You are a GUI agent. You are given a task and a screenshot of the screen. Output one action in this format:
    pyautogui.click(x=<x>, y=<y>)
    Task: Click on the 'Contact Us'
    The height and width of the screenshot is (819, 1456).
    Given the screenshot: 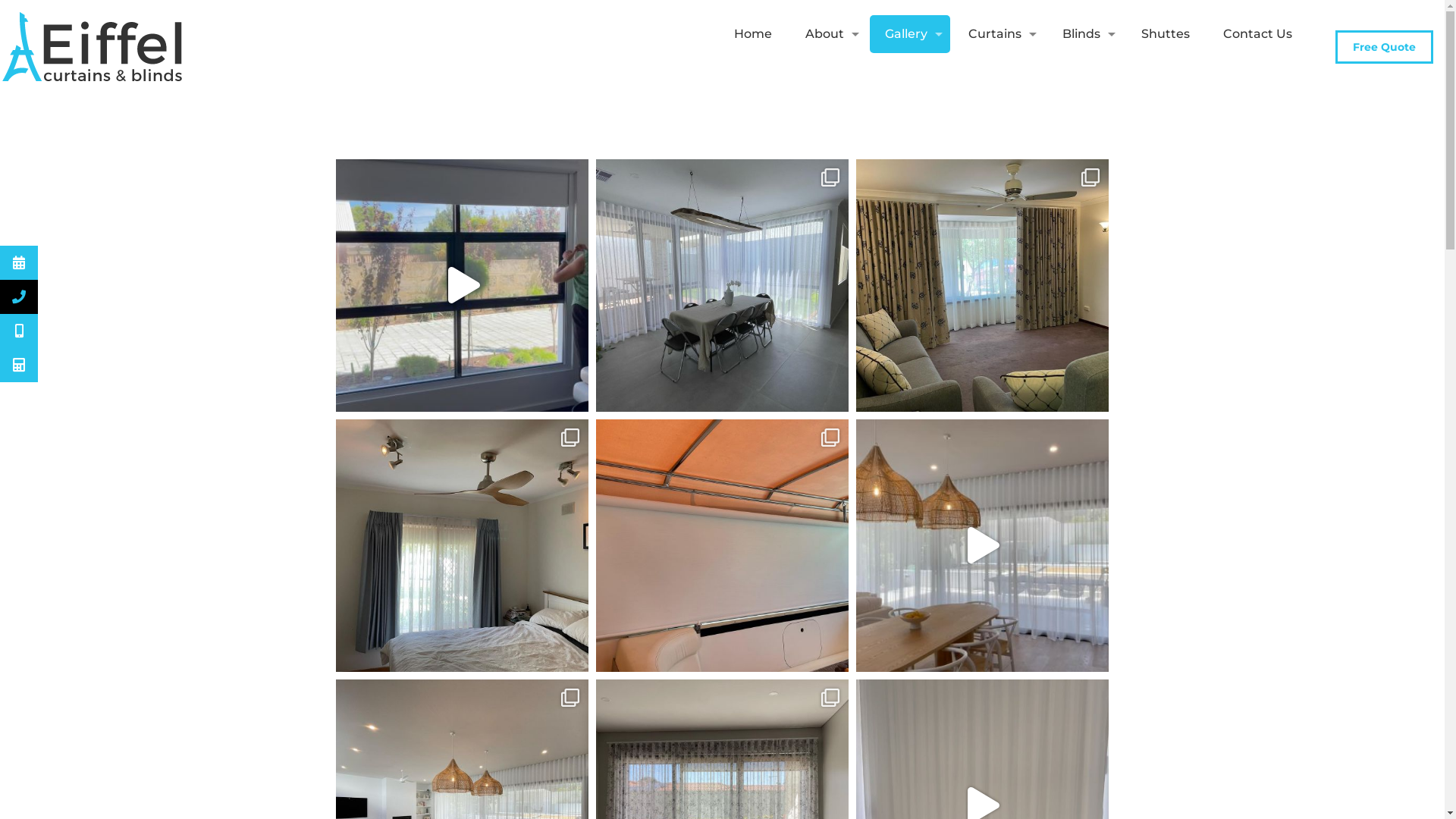 What is the action you would take?
    pyautogui.click(x=1257, y=34)
    